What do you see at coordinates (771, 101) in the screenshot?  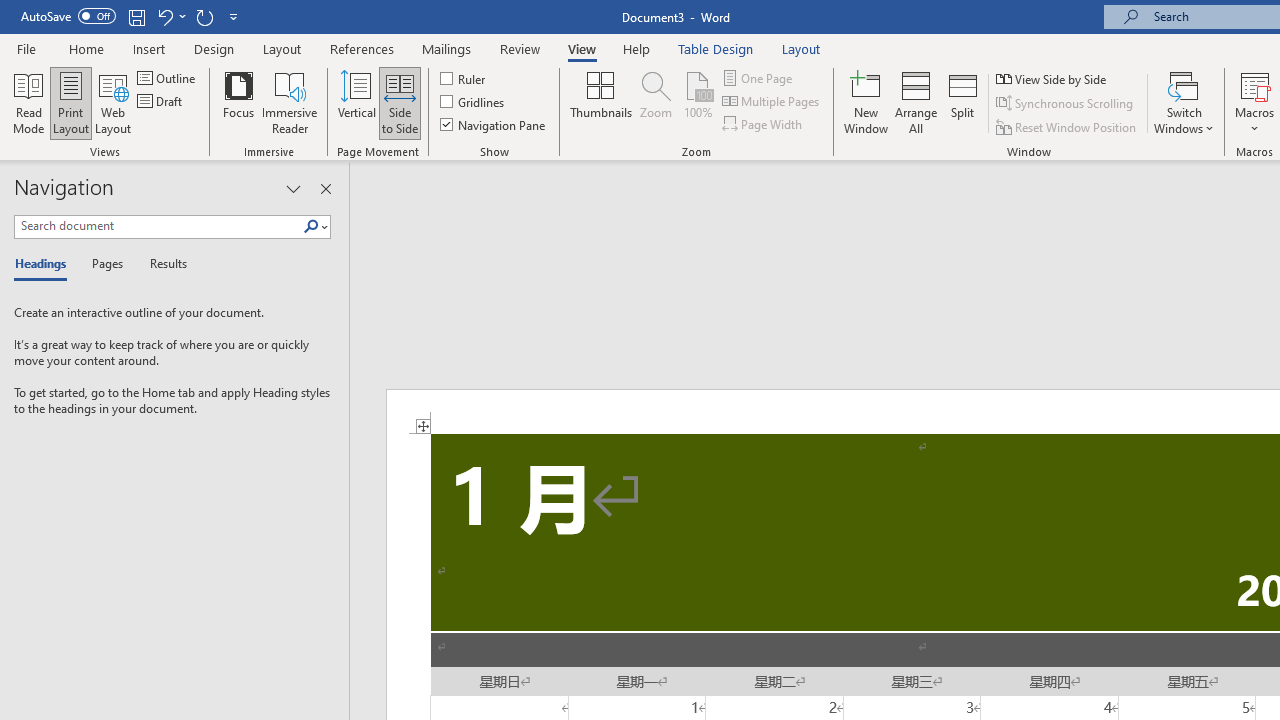 I see `'Multiple Pages'` at bounding box center [771, 101].